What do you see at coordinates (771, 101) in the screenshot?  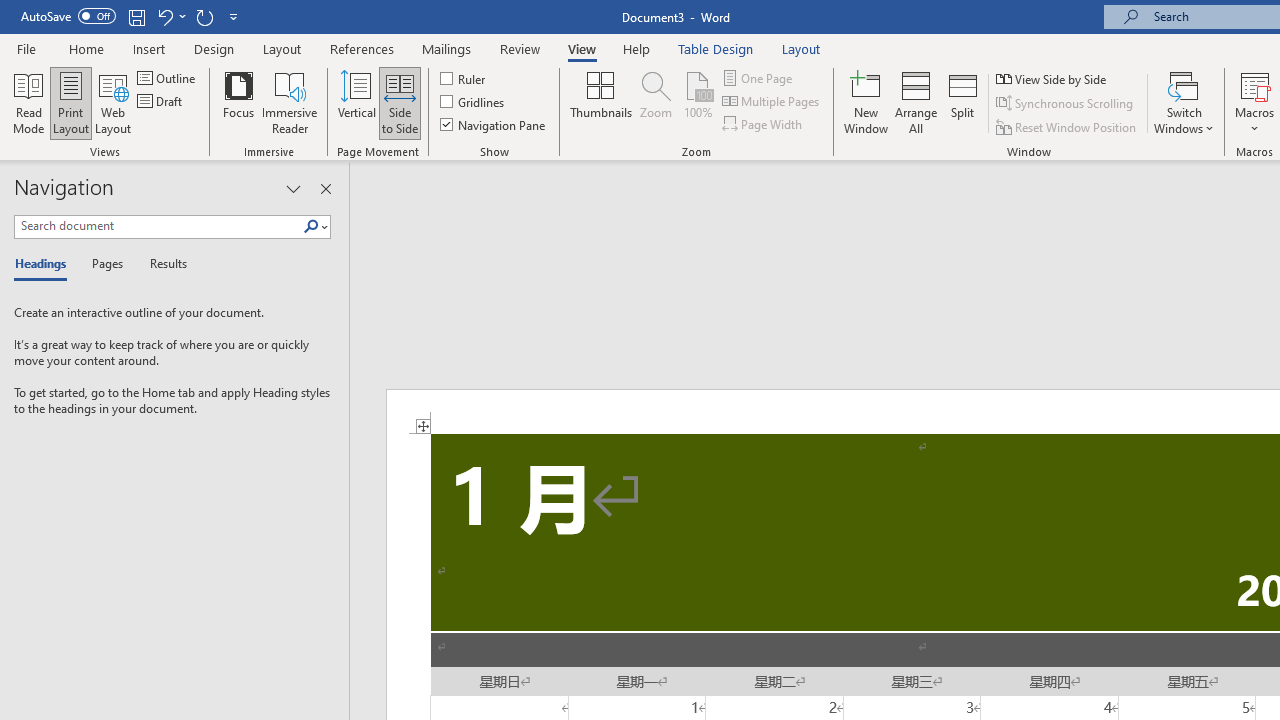 I see `'Multiple Pages'` at bounding box center [771, 101].